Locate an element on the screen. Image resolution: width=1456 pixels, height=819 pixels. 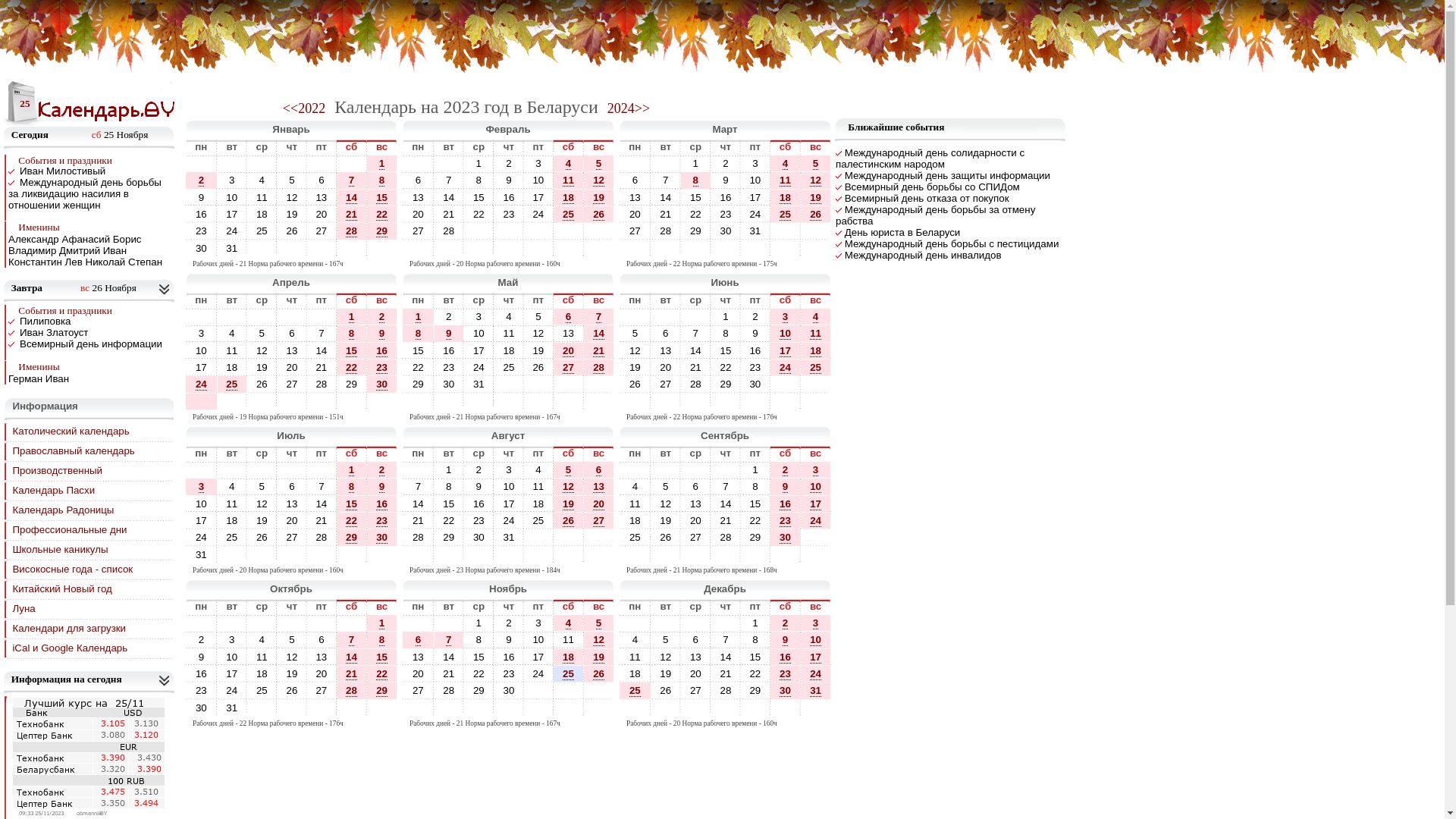
'14' is located at coordinates (447, 196).